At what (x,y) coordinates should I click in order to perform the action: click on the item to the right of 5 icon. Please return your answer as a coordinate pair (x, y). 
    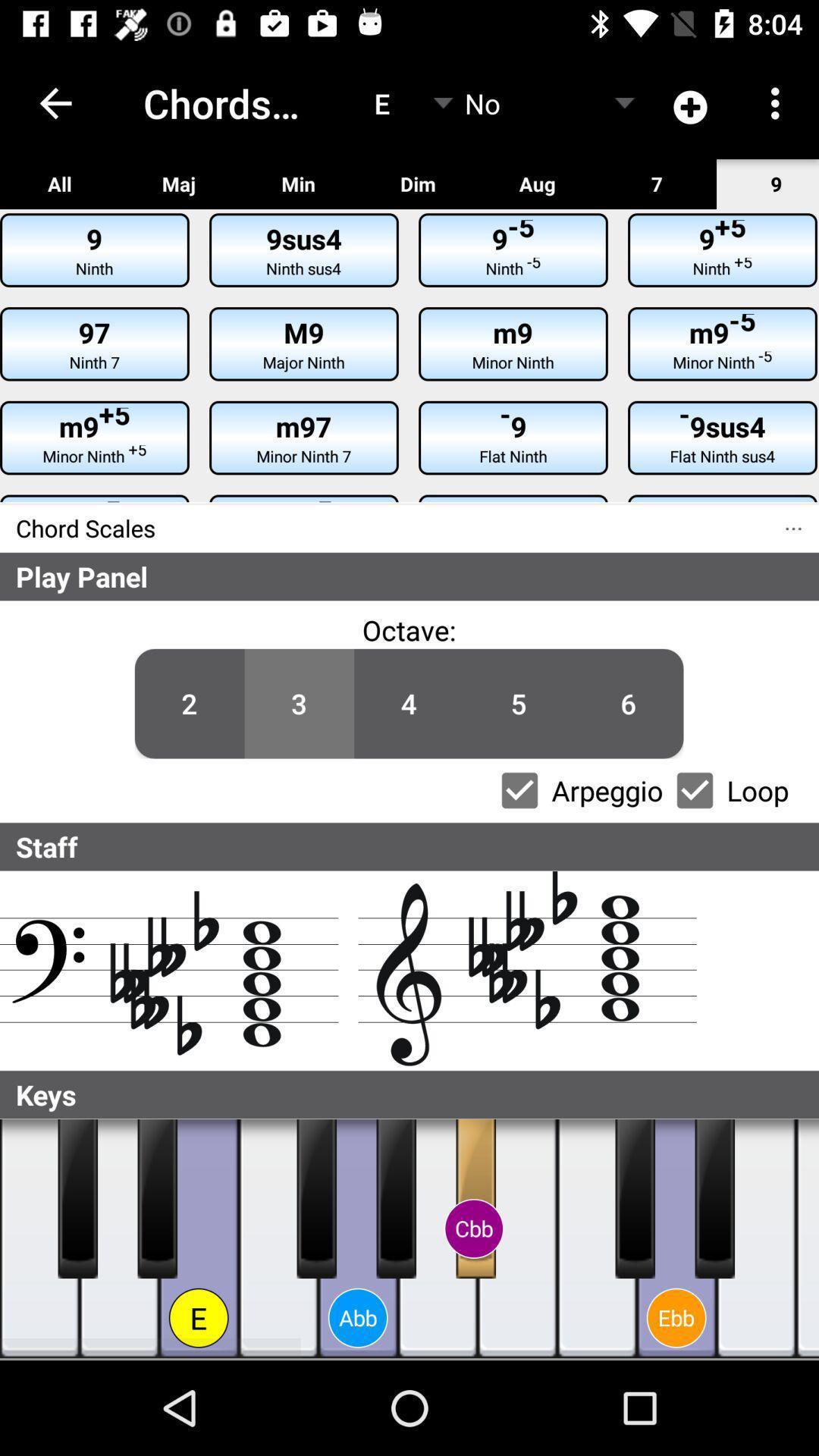
    Looking at the image, I should click on (629, 703).